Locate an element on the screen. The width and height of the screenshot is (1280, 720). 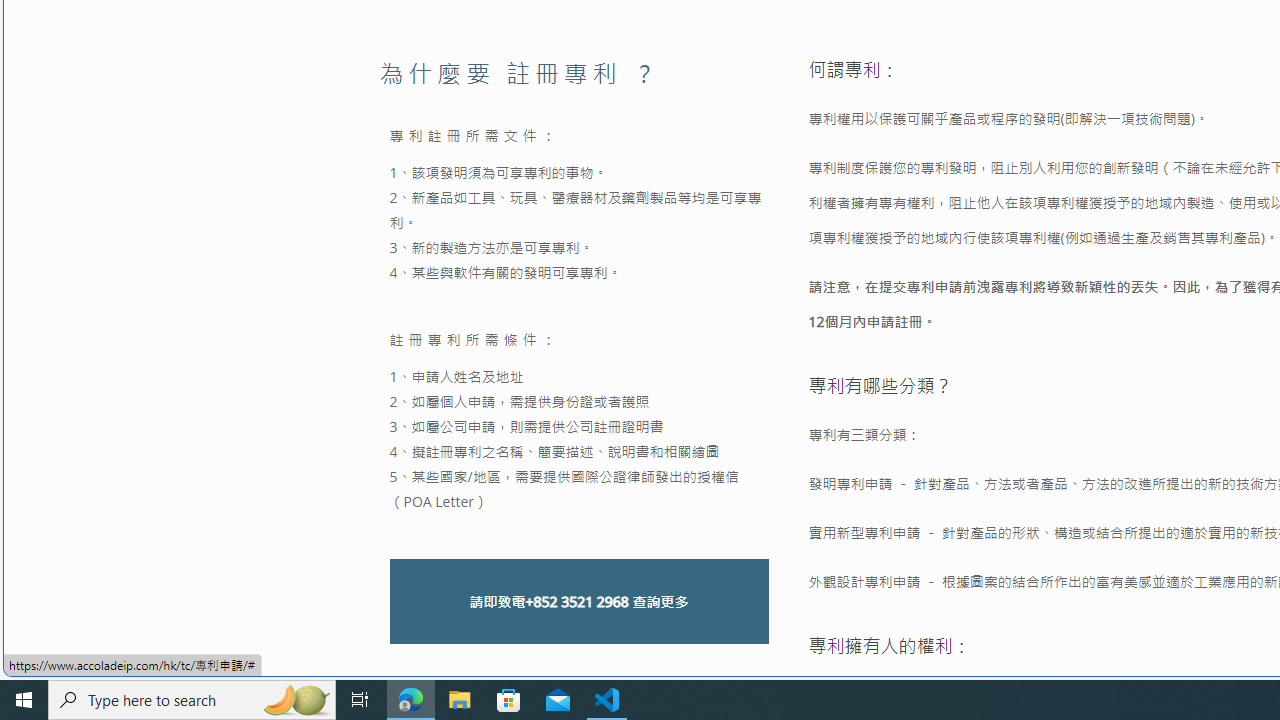
'+852 3521 2968' is located at coordinates (575, 600).